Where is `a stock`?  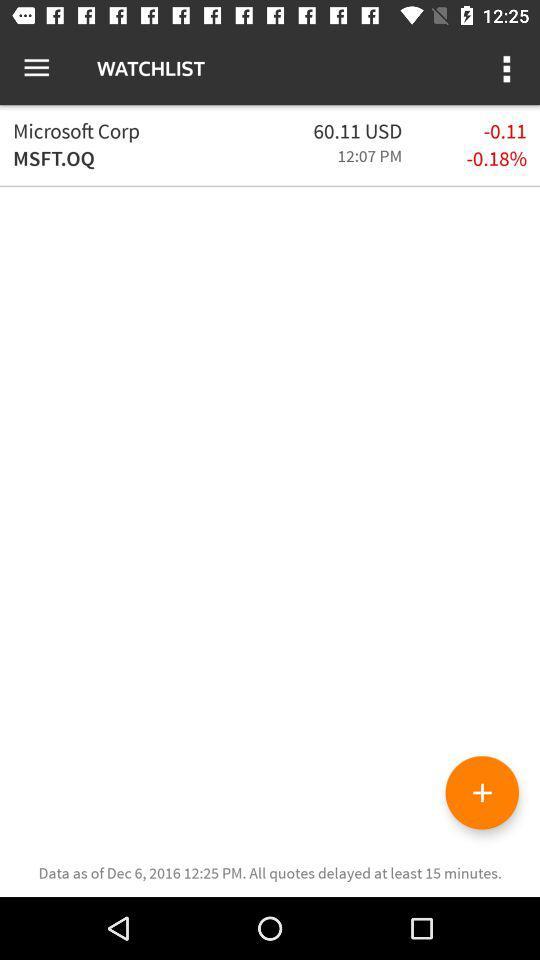 a stock is located at coordinates (481, 792).